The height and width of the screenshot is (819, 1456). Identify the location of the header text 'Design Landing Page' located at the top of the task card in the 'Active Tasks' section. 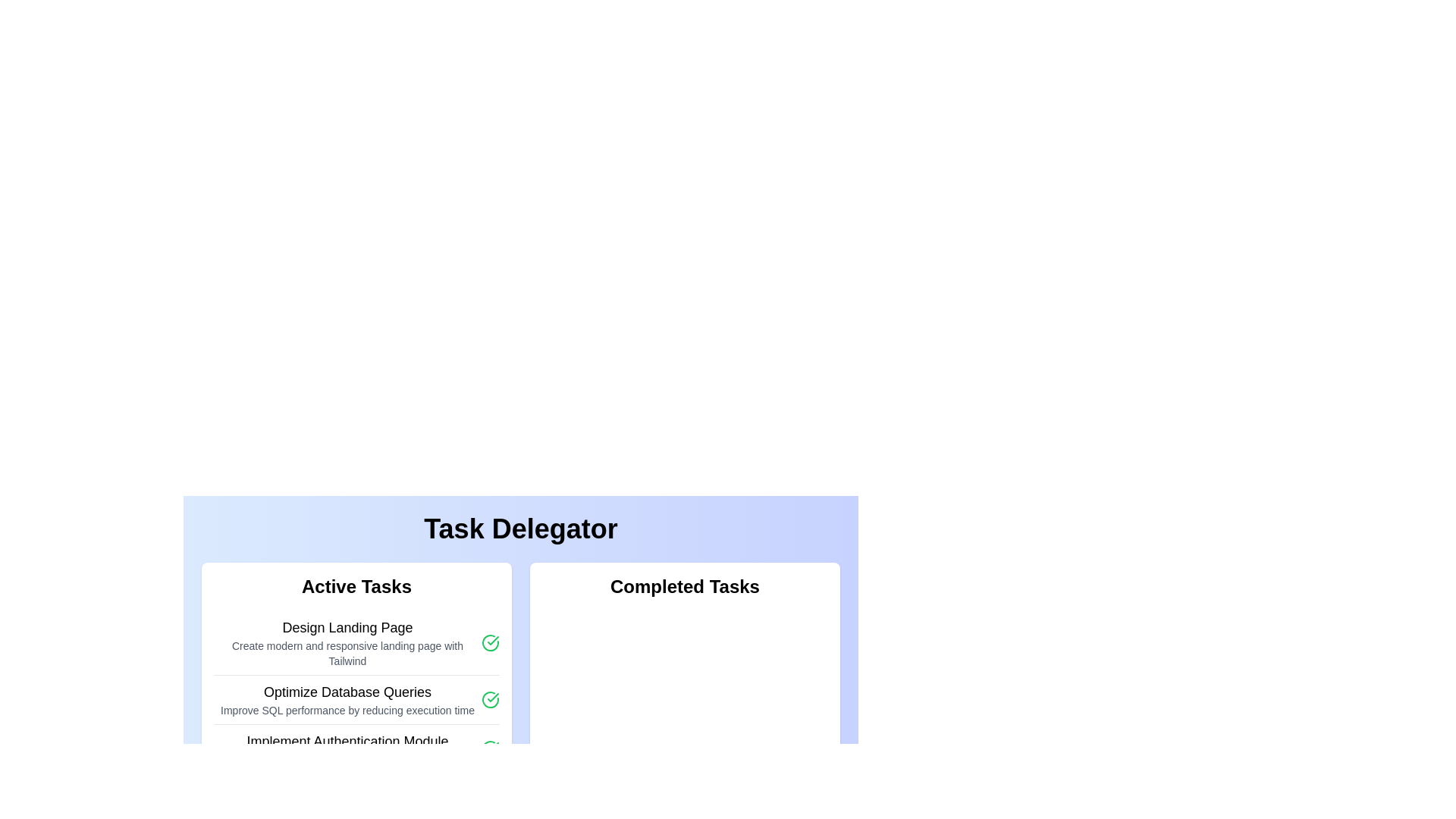
(347, 628).